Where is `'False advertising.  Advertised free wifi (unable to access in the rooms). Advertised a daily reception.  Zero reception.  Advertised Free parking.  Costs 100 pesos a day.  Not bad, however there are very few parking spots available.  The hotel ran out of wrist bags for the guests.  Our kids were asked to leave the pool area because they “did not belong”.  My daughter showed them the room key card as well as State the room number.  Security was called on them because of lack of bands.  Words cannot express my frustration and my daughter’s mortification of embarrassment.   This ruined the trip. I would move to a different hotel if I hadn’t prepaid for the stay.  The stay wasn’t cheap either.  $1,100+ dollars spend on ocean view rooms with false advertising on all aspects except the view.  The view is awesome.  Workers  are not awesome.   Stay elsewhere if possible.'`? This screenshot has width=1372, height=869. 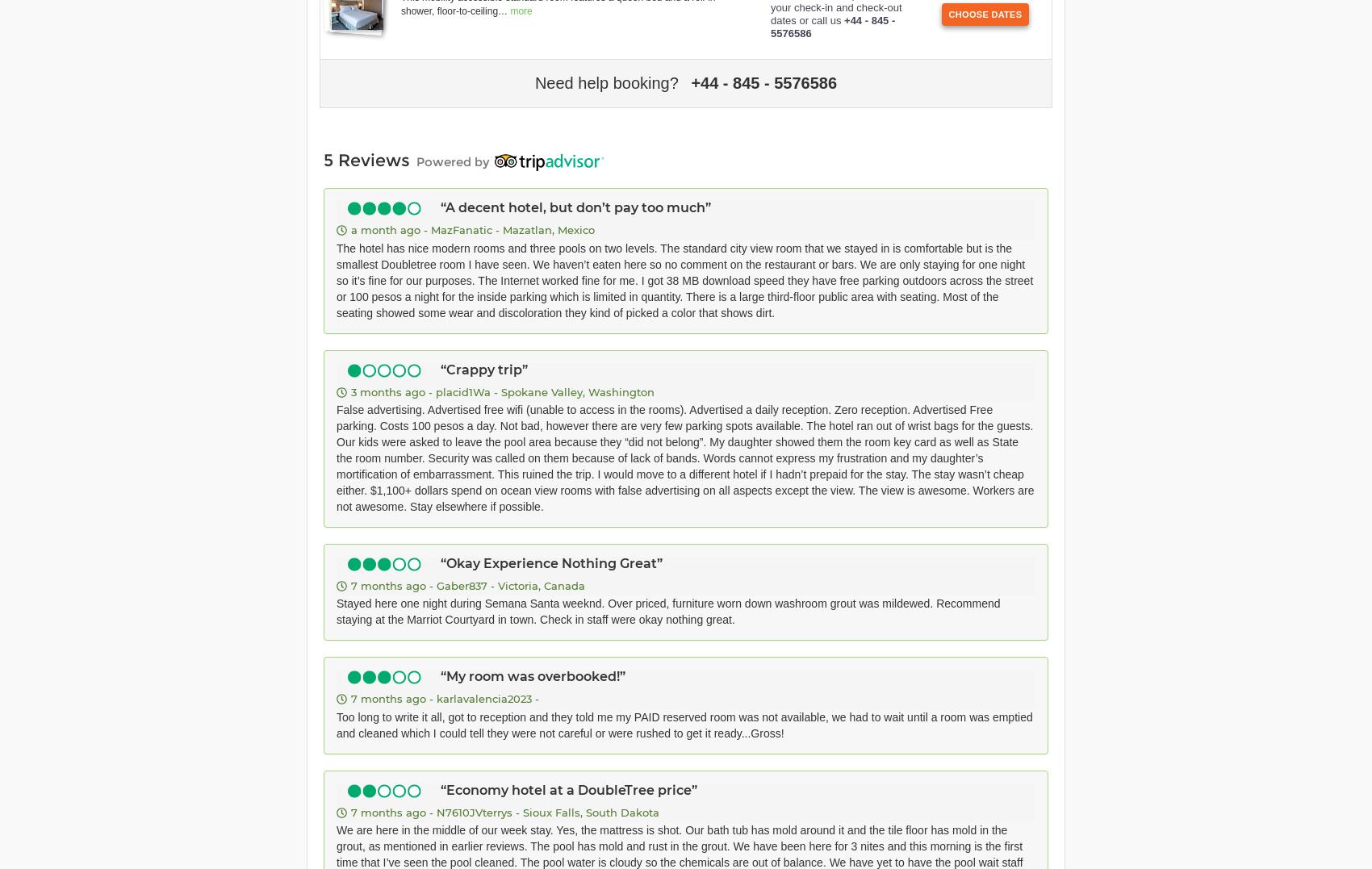
'False advertising.  Advertised free wifi (unable to access in the rooms). Advertised a daily reception.  Zero reception.  Advertised Free parking.  Costs 100 pesos a day.  Not bad, however there are very few parking spots available.  The hotel ran out of wrist bags for the guests.  Our kids were asked to leave the pool area because they “did not belong”.  My daughter showed them the room key card as well as State the room number.  Security was called on them because of lack of bands.  Words cannot express my frustration and my daughter’s mortification of embarrassment.   This ruined the trip. I would move to a different hotel if I hadn’t prepaid for the stay.  The stay wasn’t cheap either.  $1,100+ dollars spend on ocean view rooms with false advertising on all aspects except the view.  The view is awesome.  Workers  are not awesome.   Stay elsewhere if possible.' is located at coordinates (684, 457).